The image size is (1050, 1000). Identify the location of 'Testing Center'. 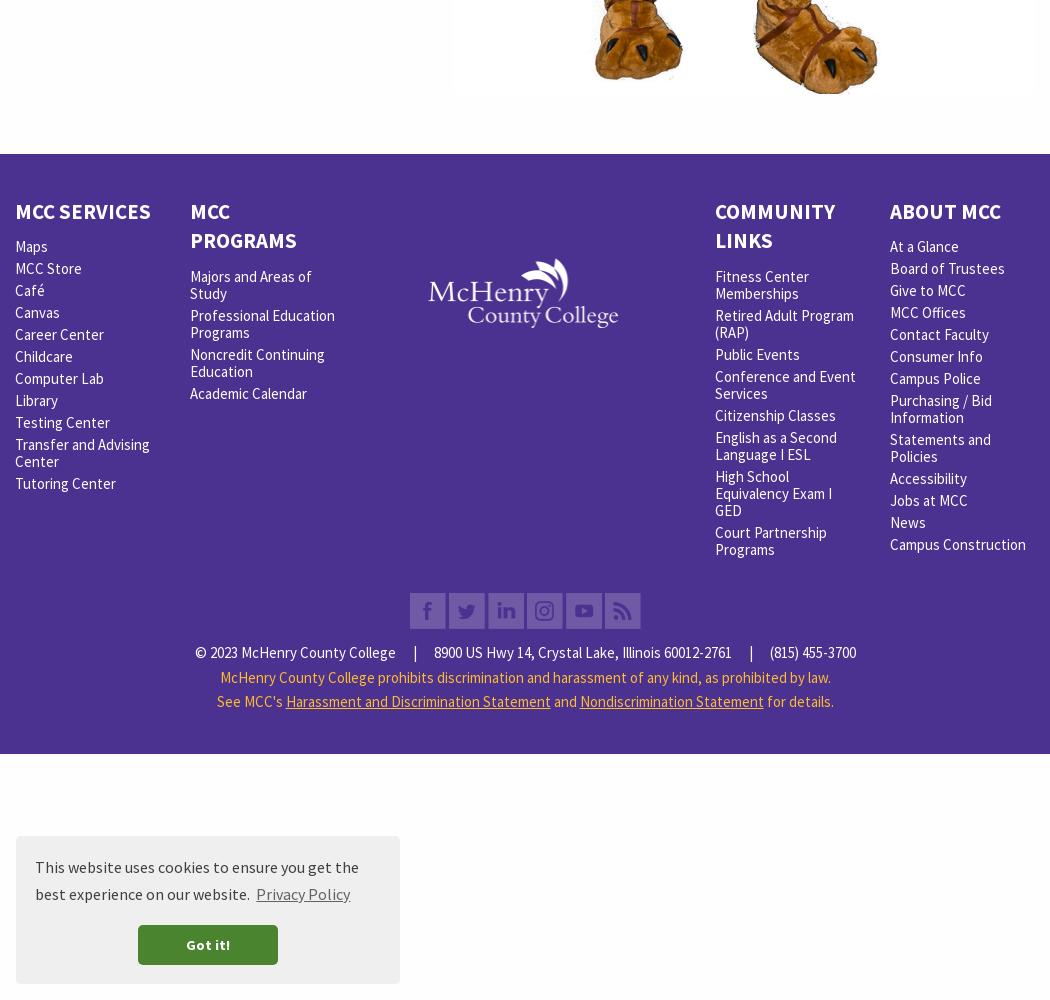
(61, 422).